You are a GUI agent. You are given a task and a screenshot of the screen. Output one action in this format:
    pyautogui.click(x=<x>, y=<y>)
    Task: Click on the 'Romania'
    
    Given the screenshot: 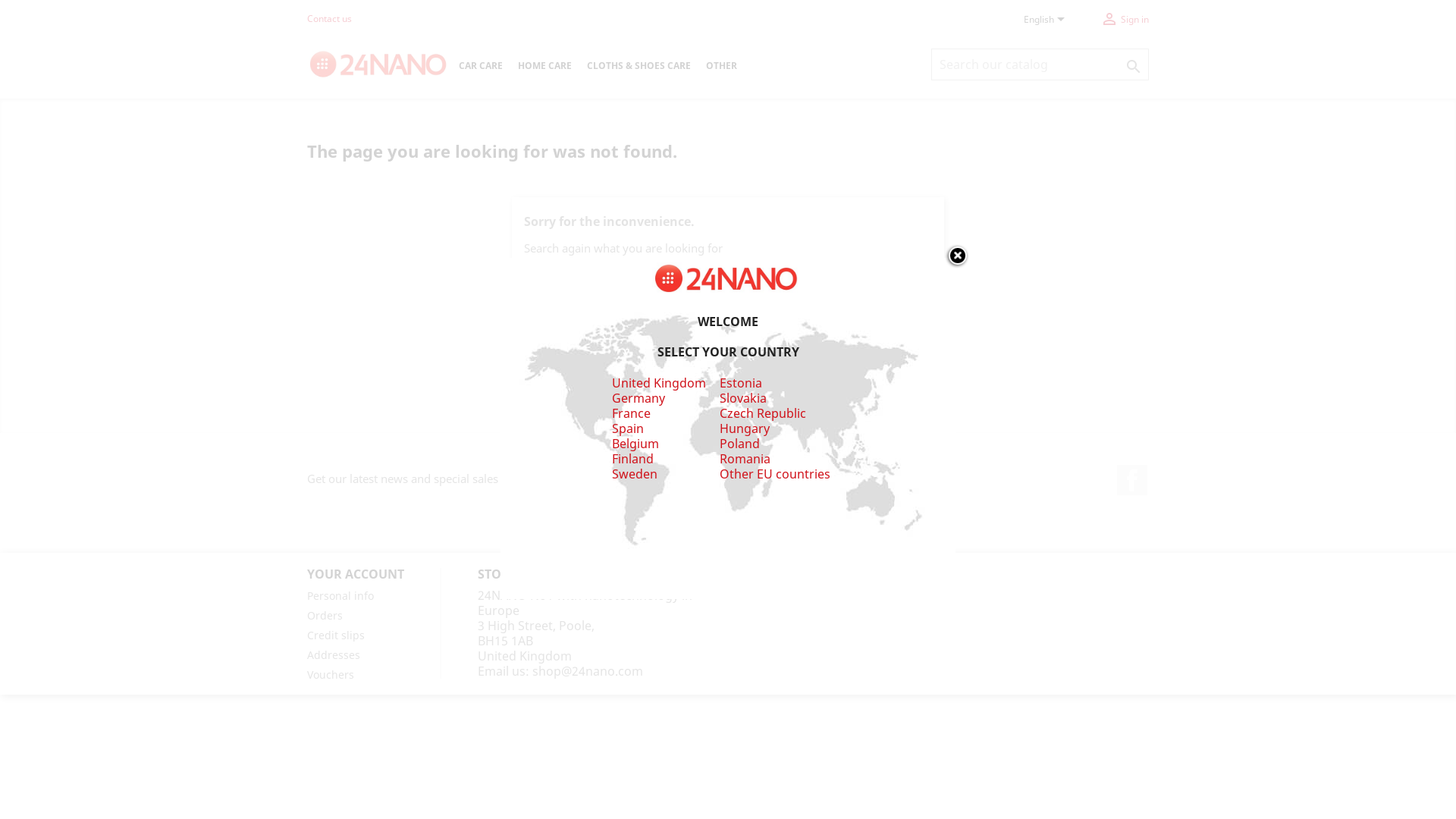 What is the action you would take?
    pyautogui.click(x=745, y=458)
    